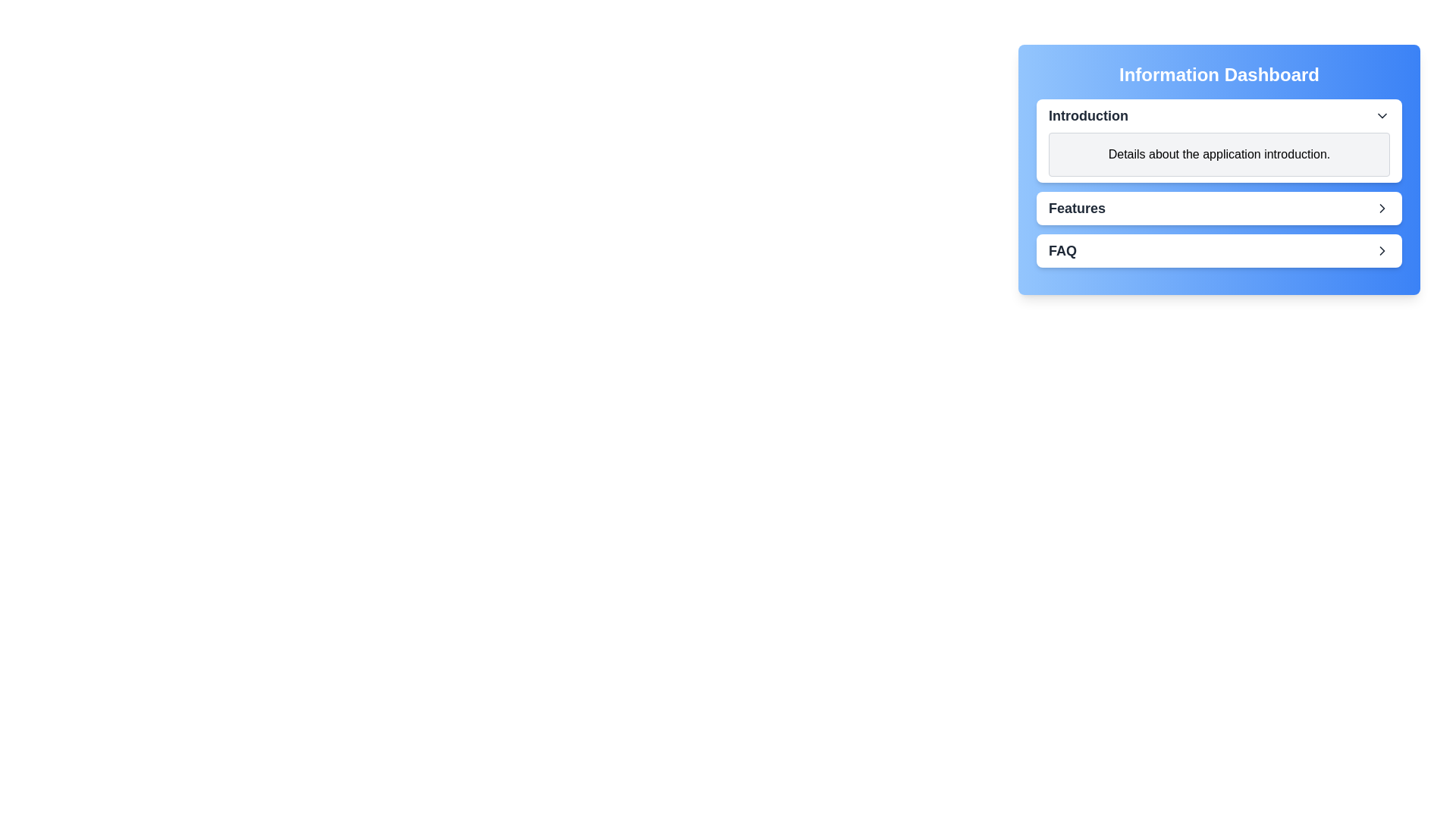 This screenshot has height=819, width=1456. What do you see at coordinates (1382, 208) in the screenshot?
I see `the chevron icon located to the far right of the 'Features' button in the 'Information Dashboard' section` at bounding box center [1382, 208].